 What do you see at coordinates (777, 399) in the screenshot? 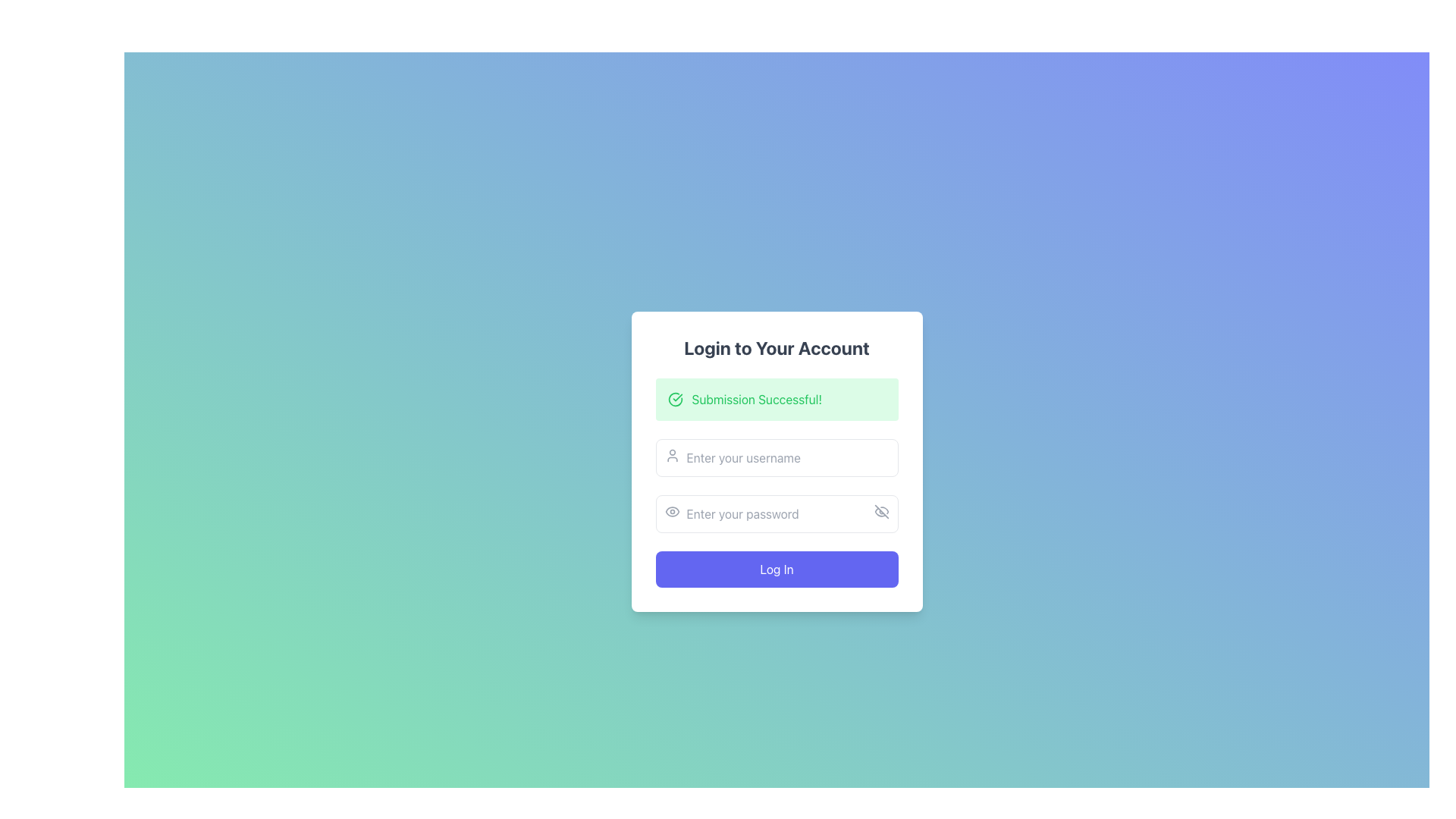
I see `the Notification Message indicating successful completion of a submission action, located beneath the 'Login to Your Account' header and above the input fields` at bounding box center [777, 399].